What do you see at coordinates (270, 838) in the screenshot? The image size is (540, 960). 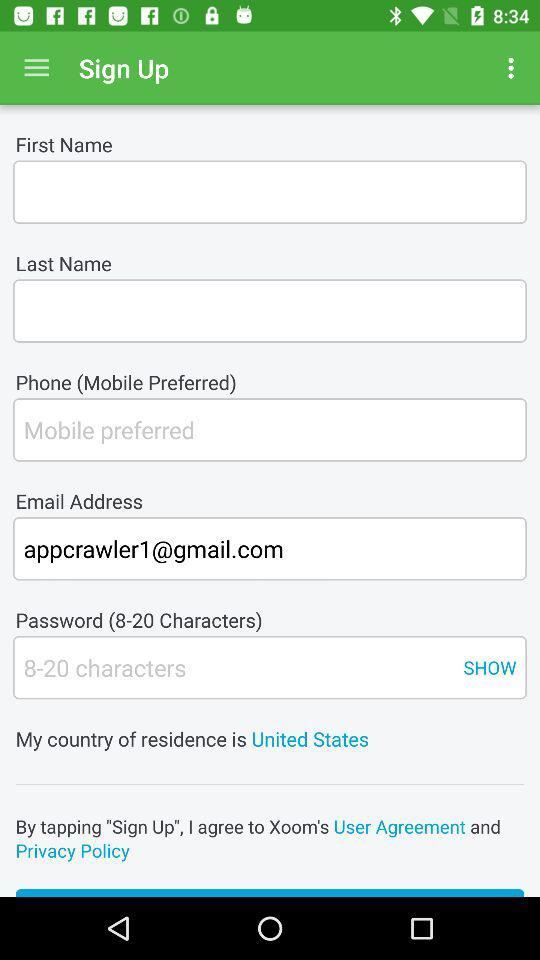 I see `the text which indicates privacy and policy` at bounding box center [270, 838].